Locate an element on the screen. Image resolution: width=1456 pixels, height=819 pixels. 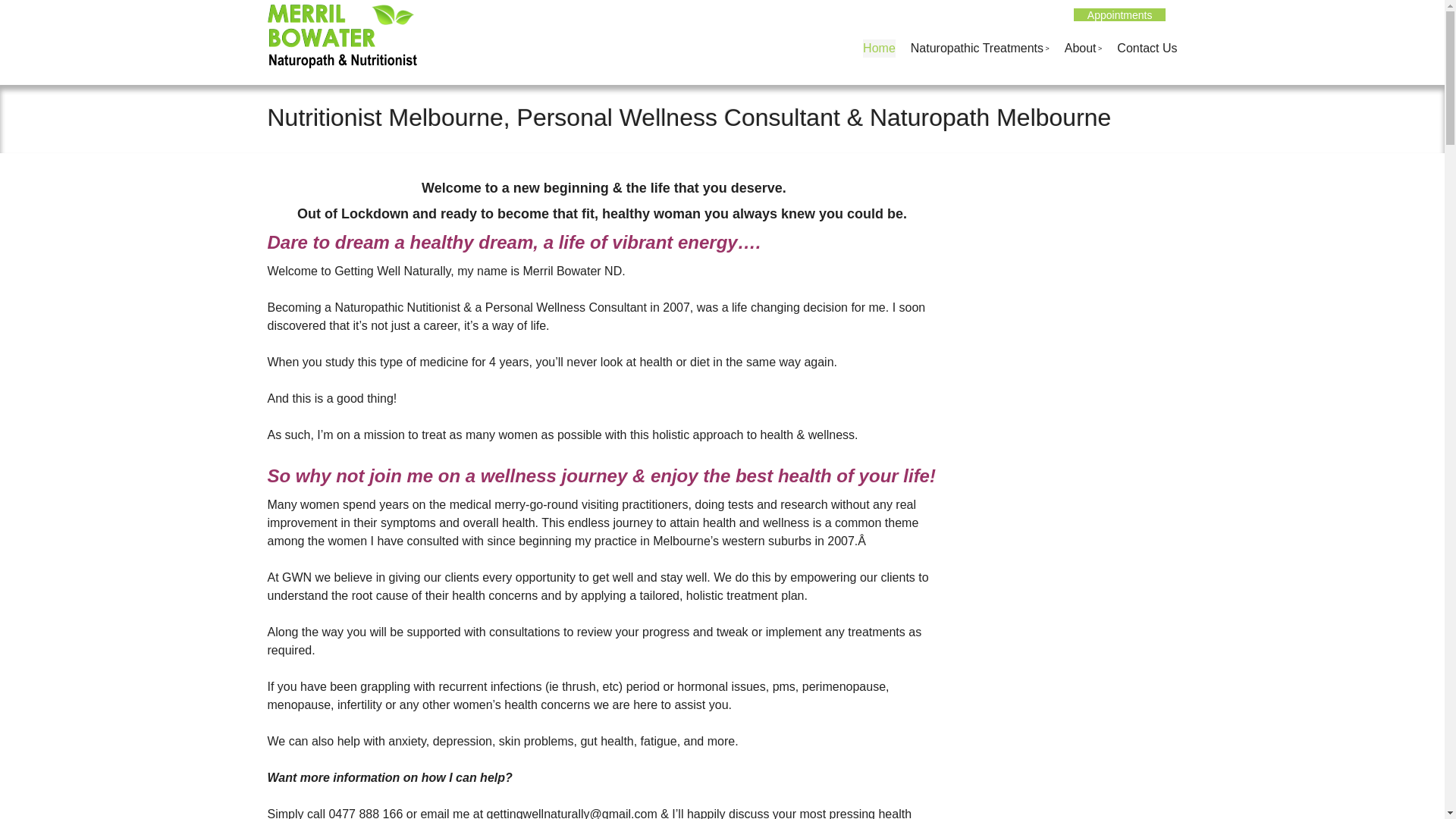
'Naturopathic Treatments' is located at coordinates (980, 48).